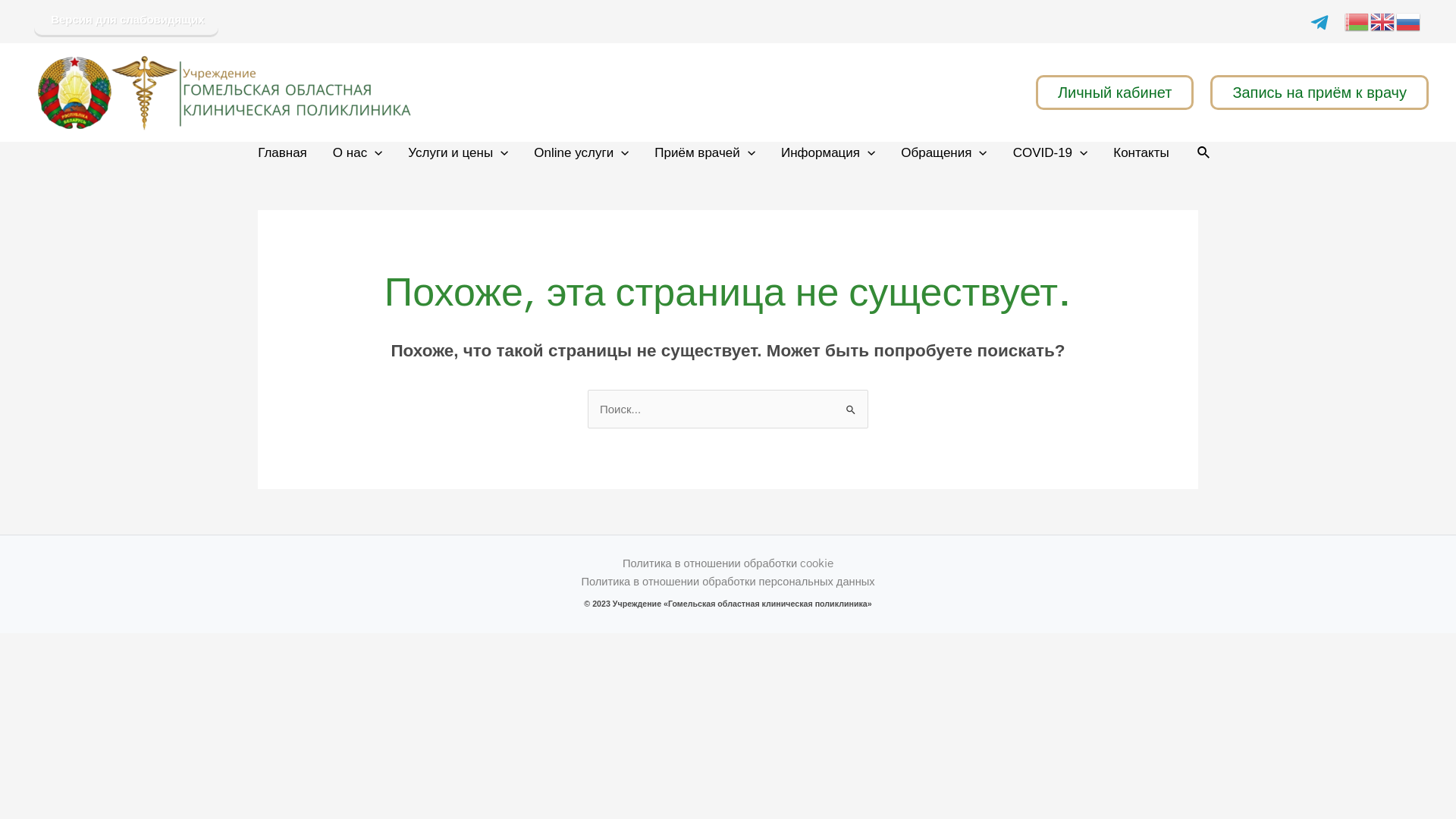  I want to click on 'Russian', so click(1395, 20).